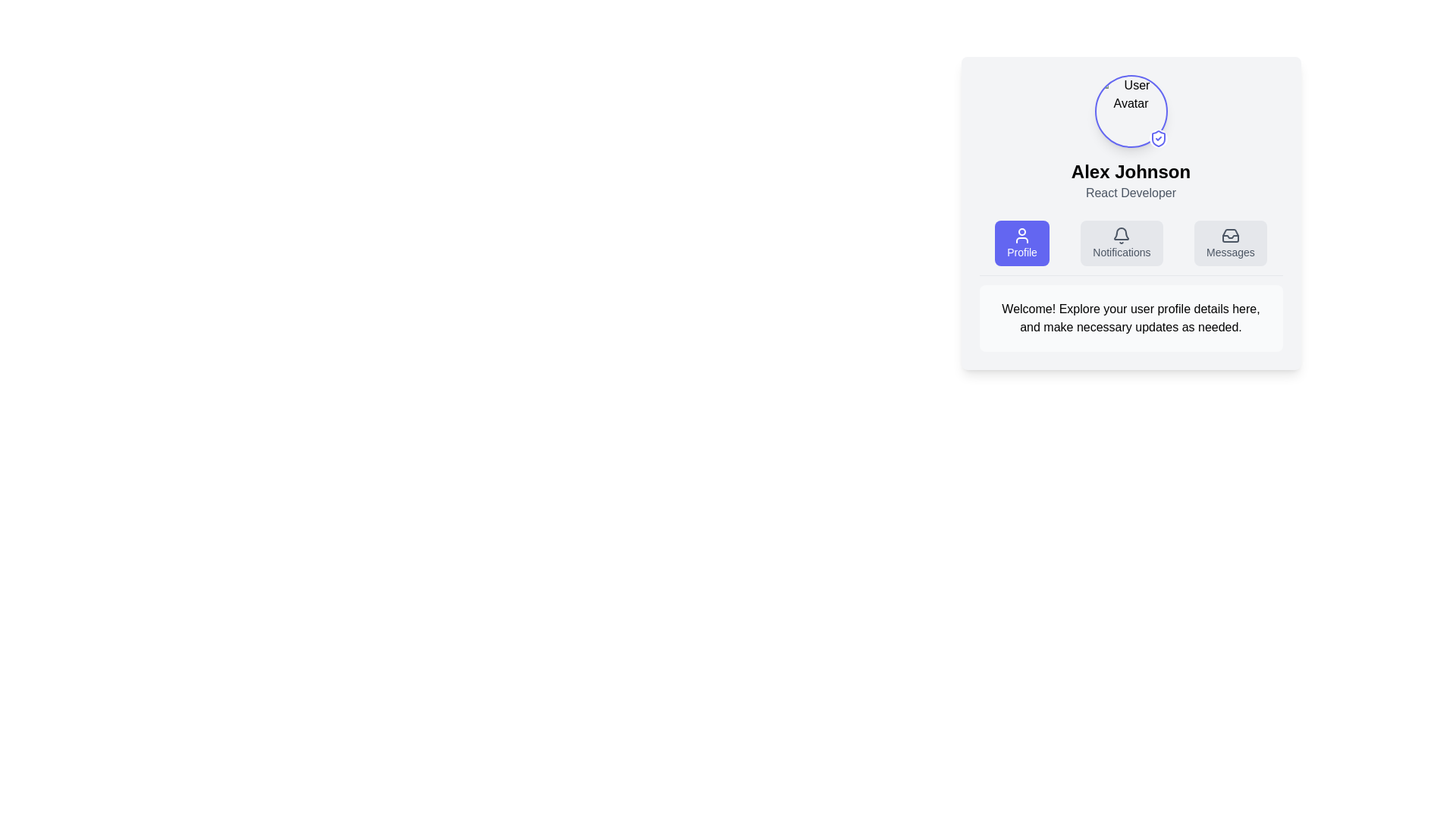  I want to click on the 'Messages' button, which is the third button in a horizontal group of 'Profile', 'Notifications', and 'Messages', located in the bottom section of the user card interface, so click(1230, 242).